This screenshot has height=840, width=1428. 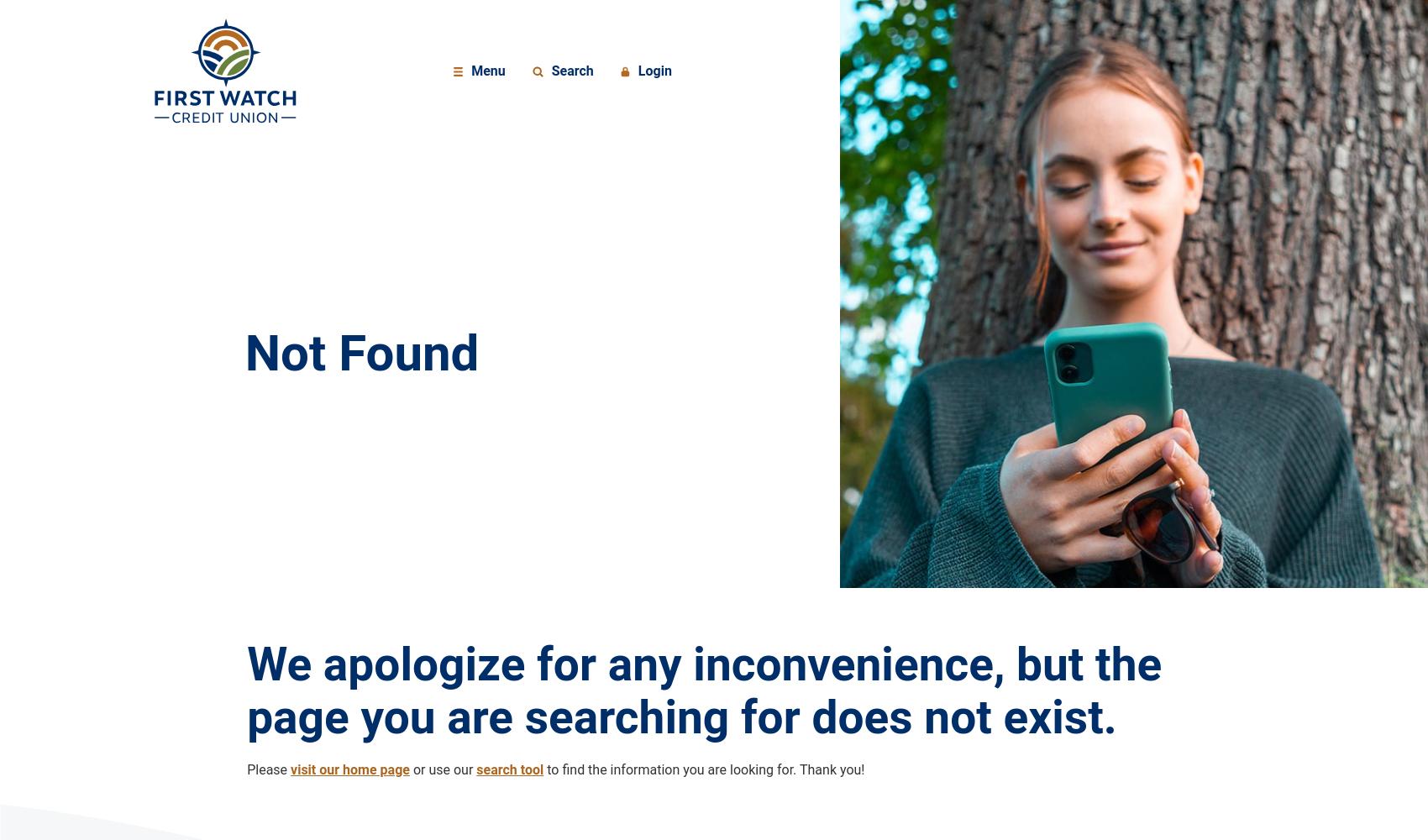 What do you see at coordinates (572, 70) in the screenshot?
I see `'Search'` at bounding box center [572, 70].